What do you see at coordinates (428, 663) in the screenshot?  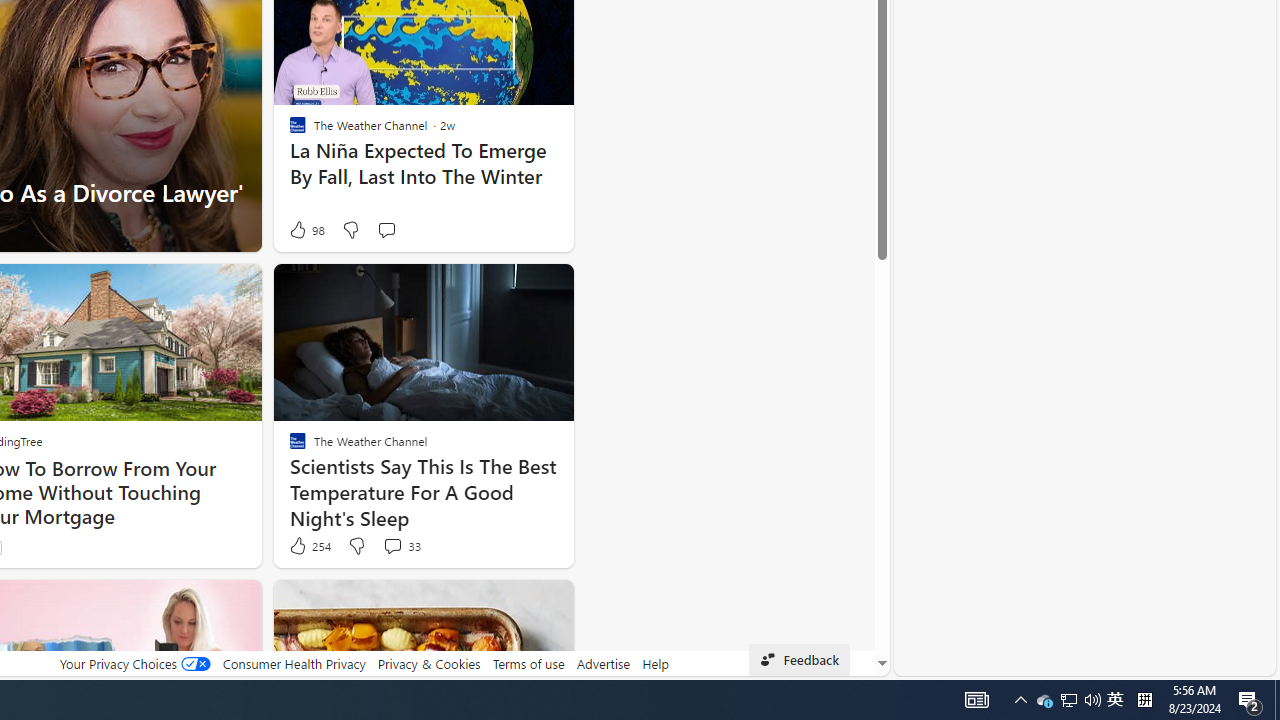 I see `'Privacy & Cookies'` at bounding box center [428, 663].